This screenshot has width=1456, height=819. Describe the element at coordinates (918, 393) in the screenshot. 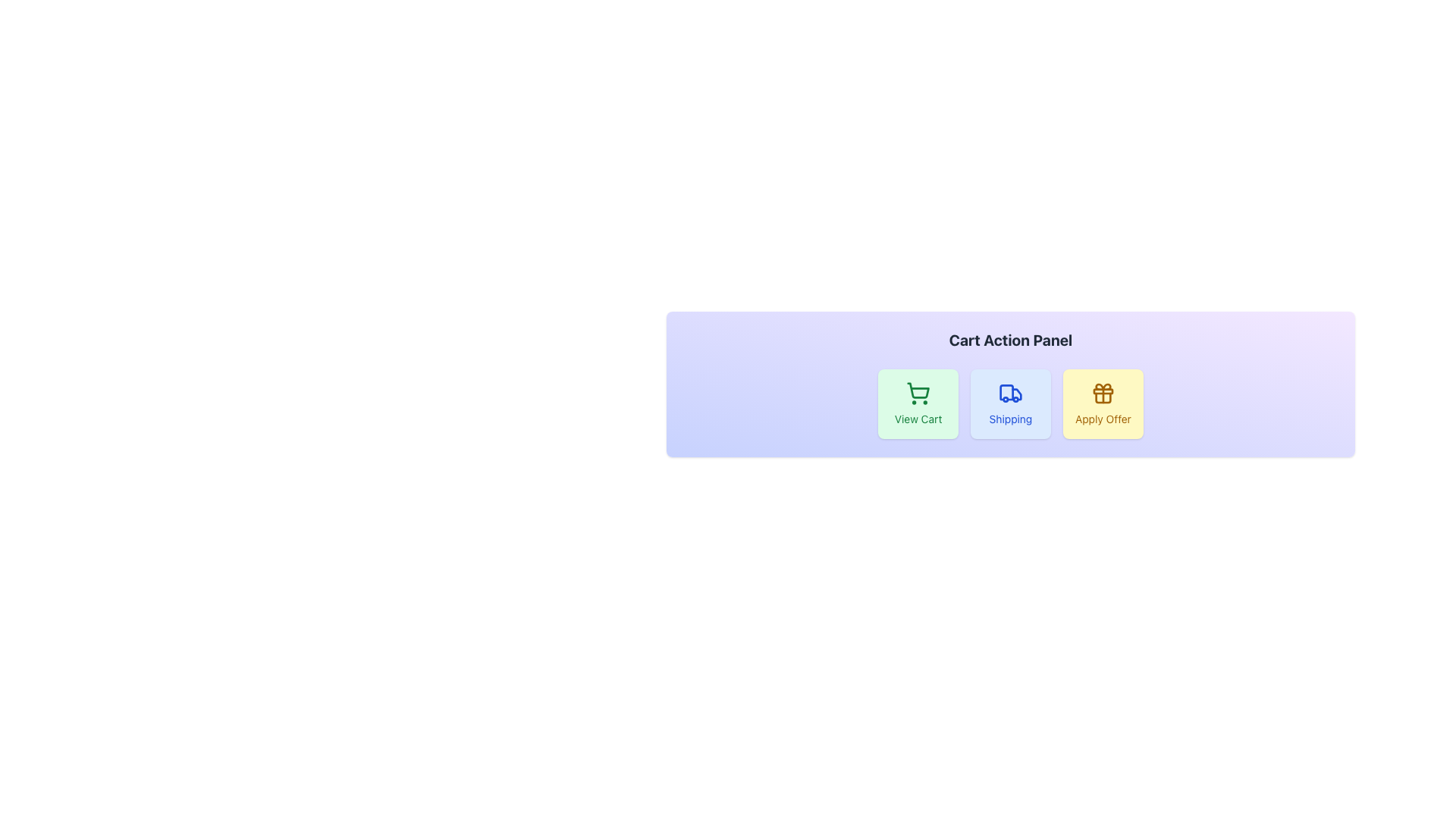

I see `the shopping cart icon with a green stroke located inside the 'View Cart' button in the Cart Action Panel` at that location.